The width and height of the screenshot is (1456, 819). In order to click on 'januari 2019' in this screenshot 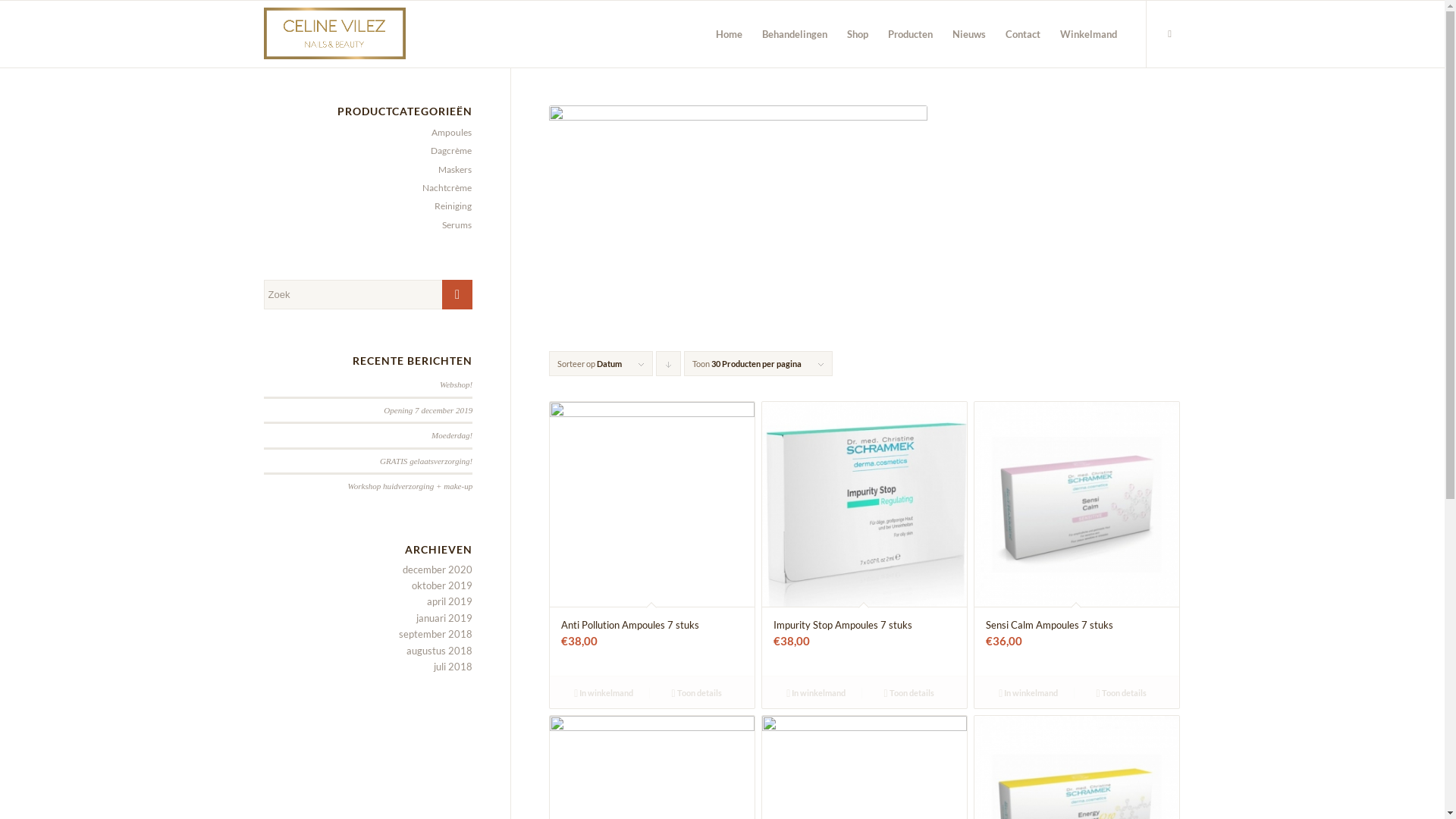, I will do `click(443, 617)`.